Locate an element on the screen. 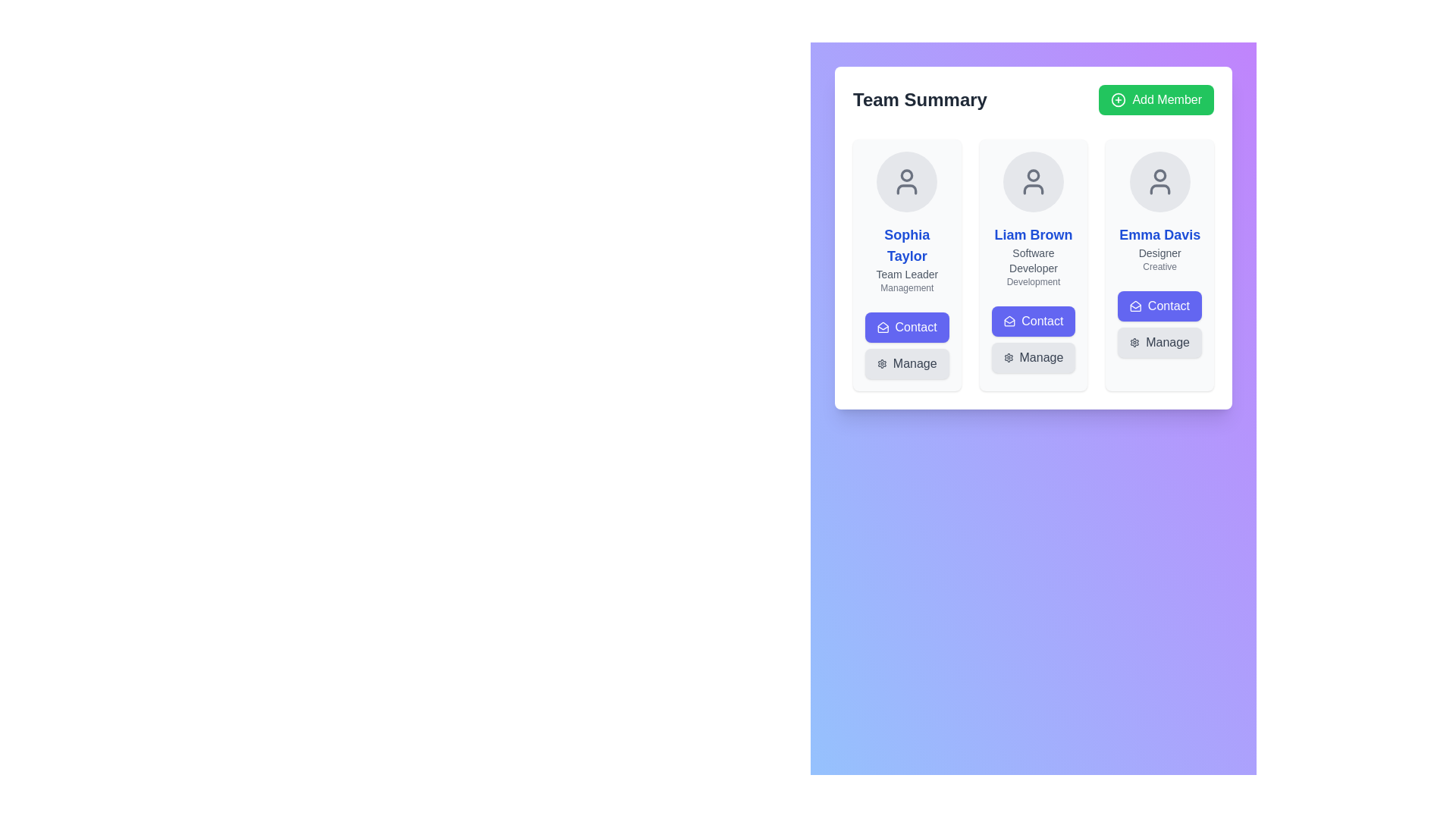 This screenshot has height=819, width=1456. the small gray text label reading 'Designer', which is positioned directly below the name 'Emma Davis' in the third card from the left in the team summary section is located at coordinates (1159, 253).